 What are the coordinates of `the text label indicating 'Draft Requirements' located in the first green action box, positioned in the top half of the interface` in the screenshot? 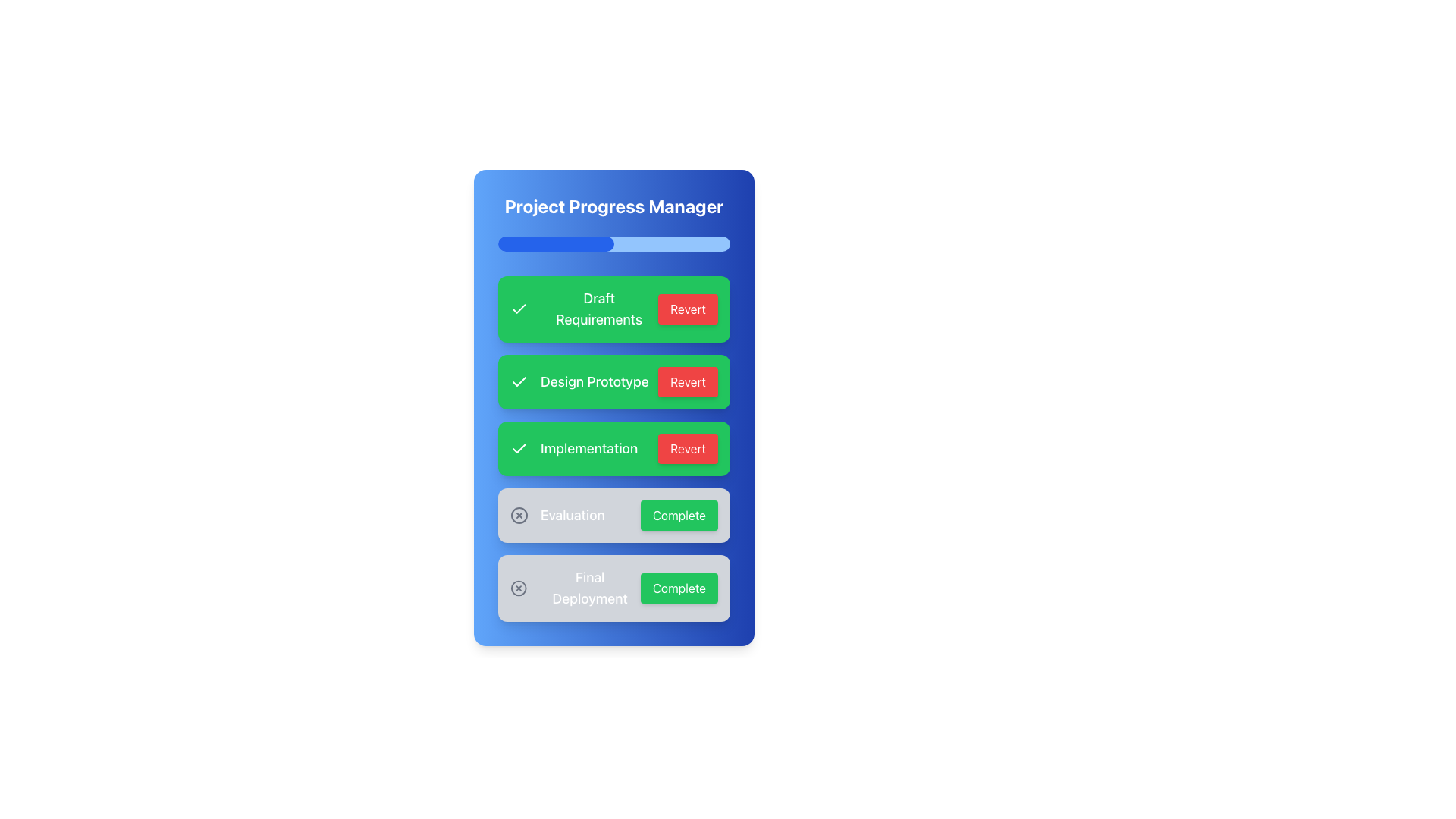 It's located at (598, 309).